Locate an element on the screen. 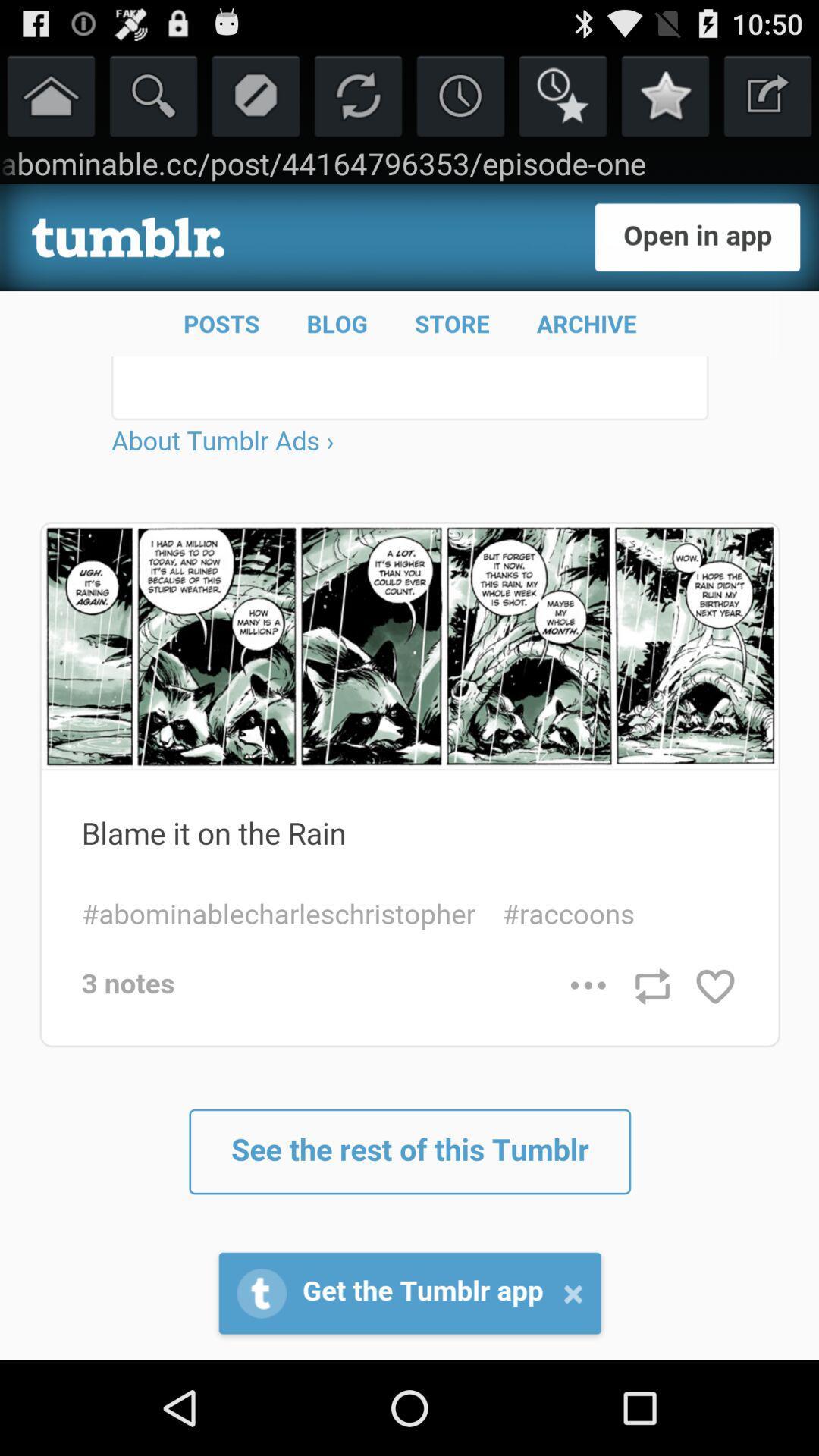 Image resolution: width=819 pixels, height=1456 pixels. the search icon is located at coordinates (153, 101).